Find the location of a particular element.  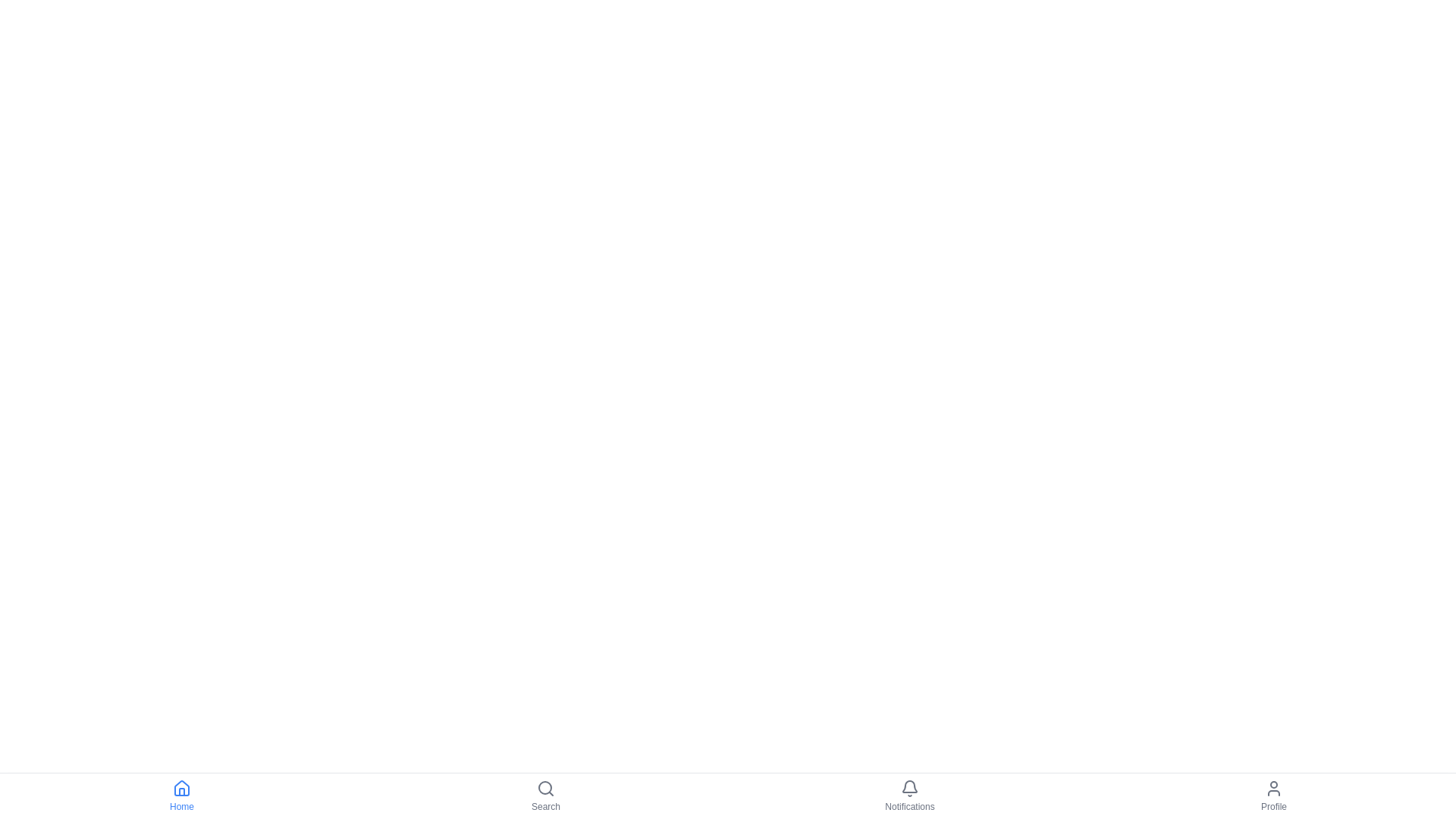

the navigation item labeled Profile is located at coordinates (1274, 795).